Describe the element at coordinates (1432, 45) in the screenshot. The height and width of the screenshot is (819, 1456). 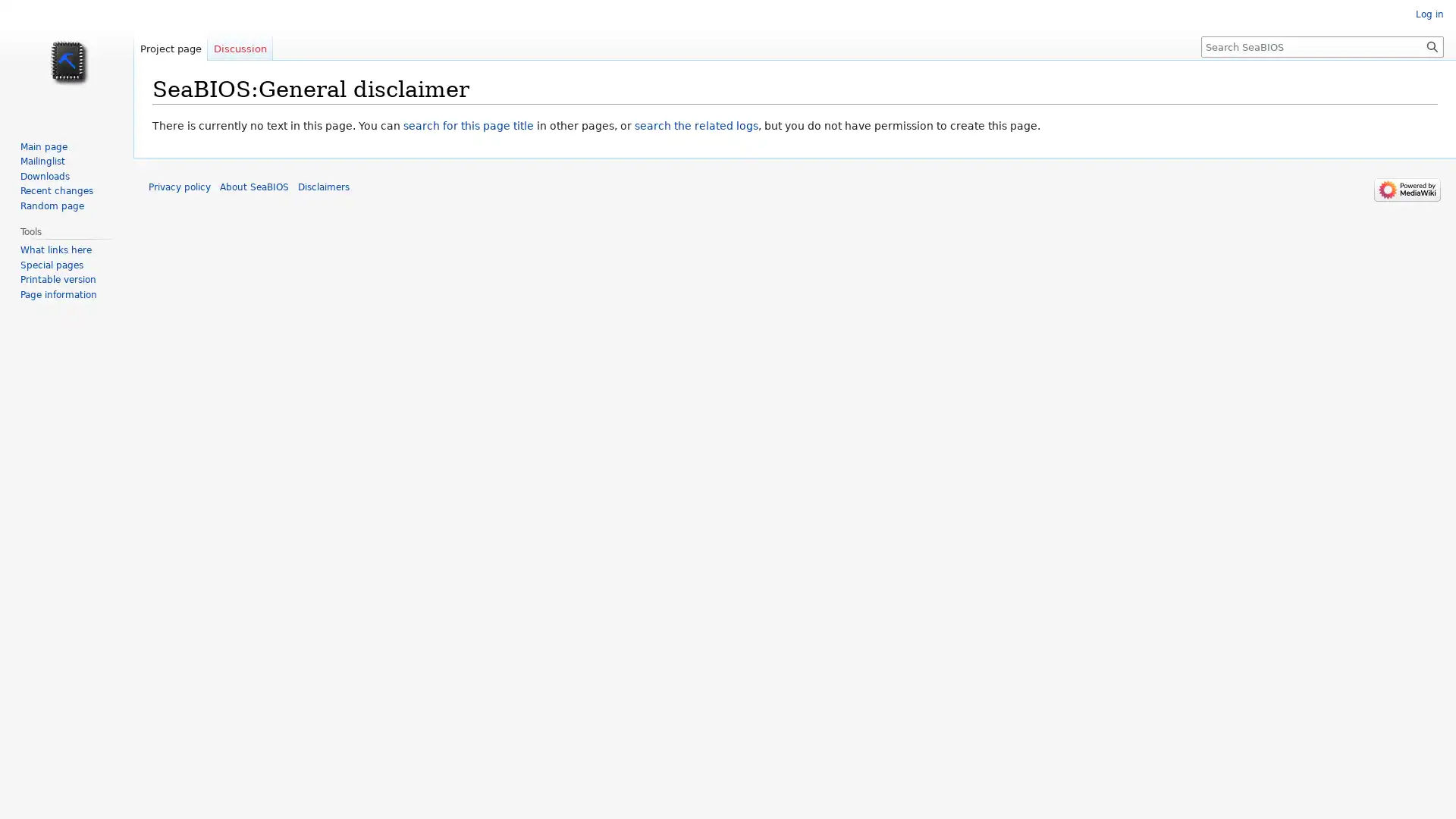
I see `Search` at that location.